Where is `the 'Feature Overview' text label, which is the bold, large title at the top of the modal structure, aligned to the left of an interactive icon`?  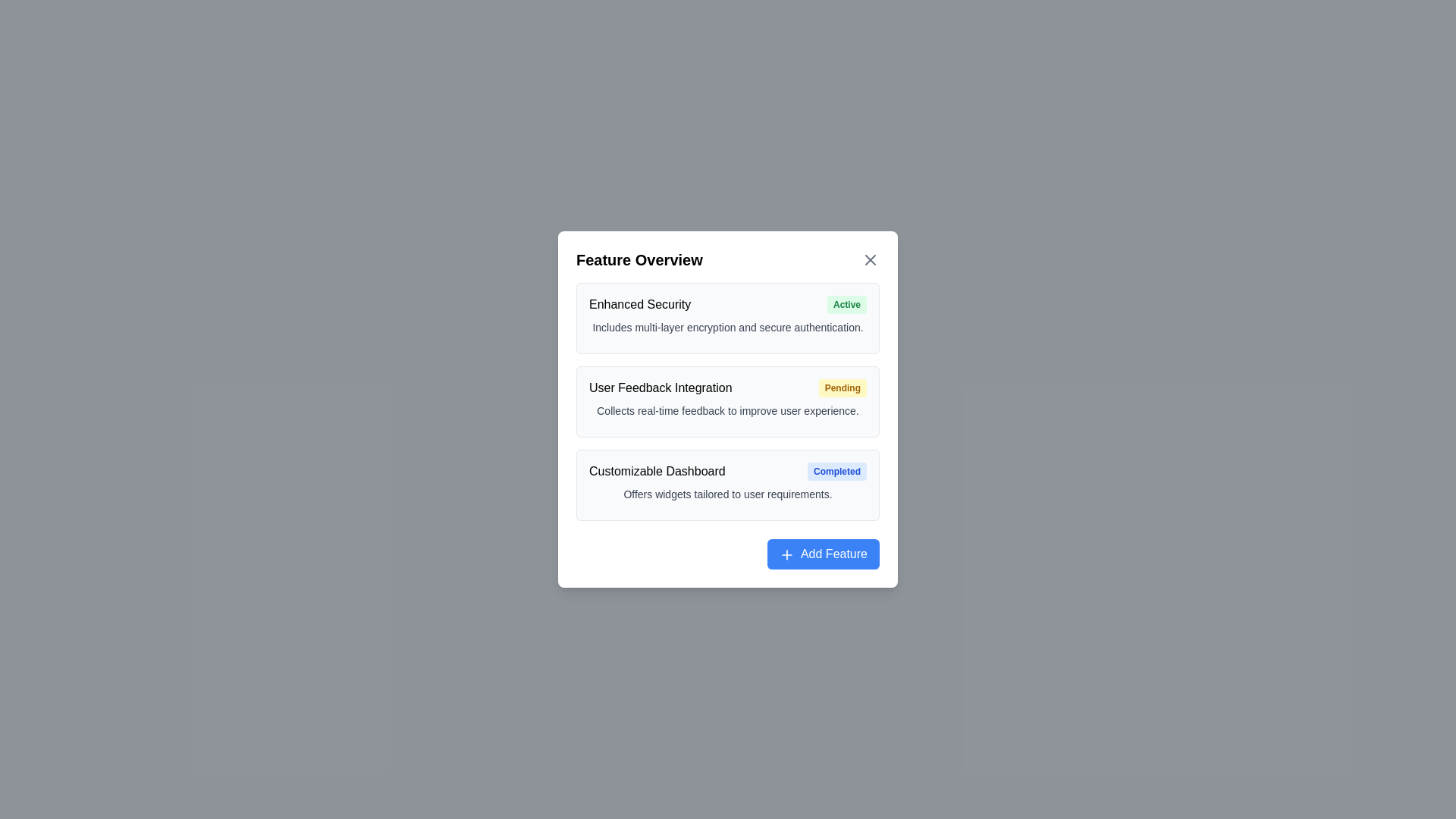 the 'Feature Overview' text label, which is the bold, large title at the top of the modal structure, aligned to the left of an interactive icon is located at coordinates (639, 259).